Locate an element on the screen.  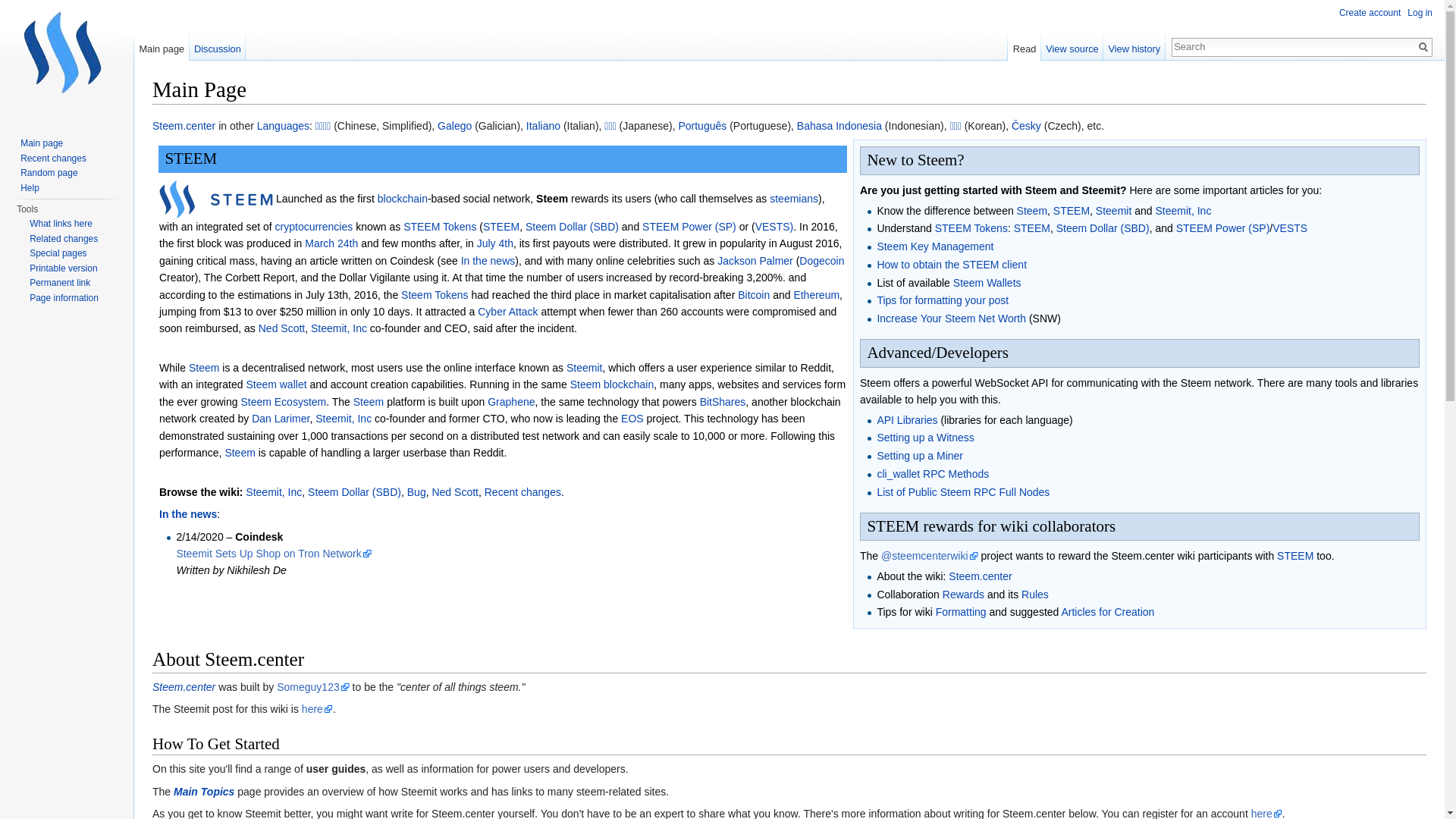
'Main page' is located at coordinates (162, 45).